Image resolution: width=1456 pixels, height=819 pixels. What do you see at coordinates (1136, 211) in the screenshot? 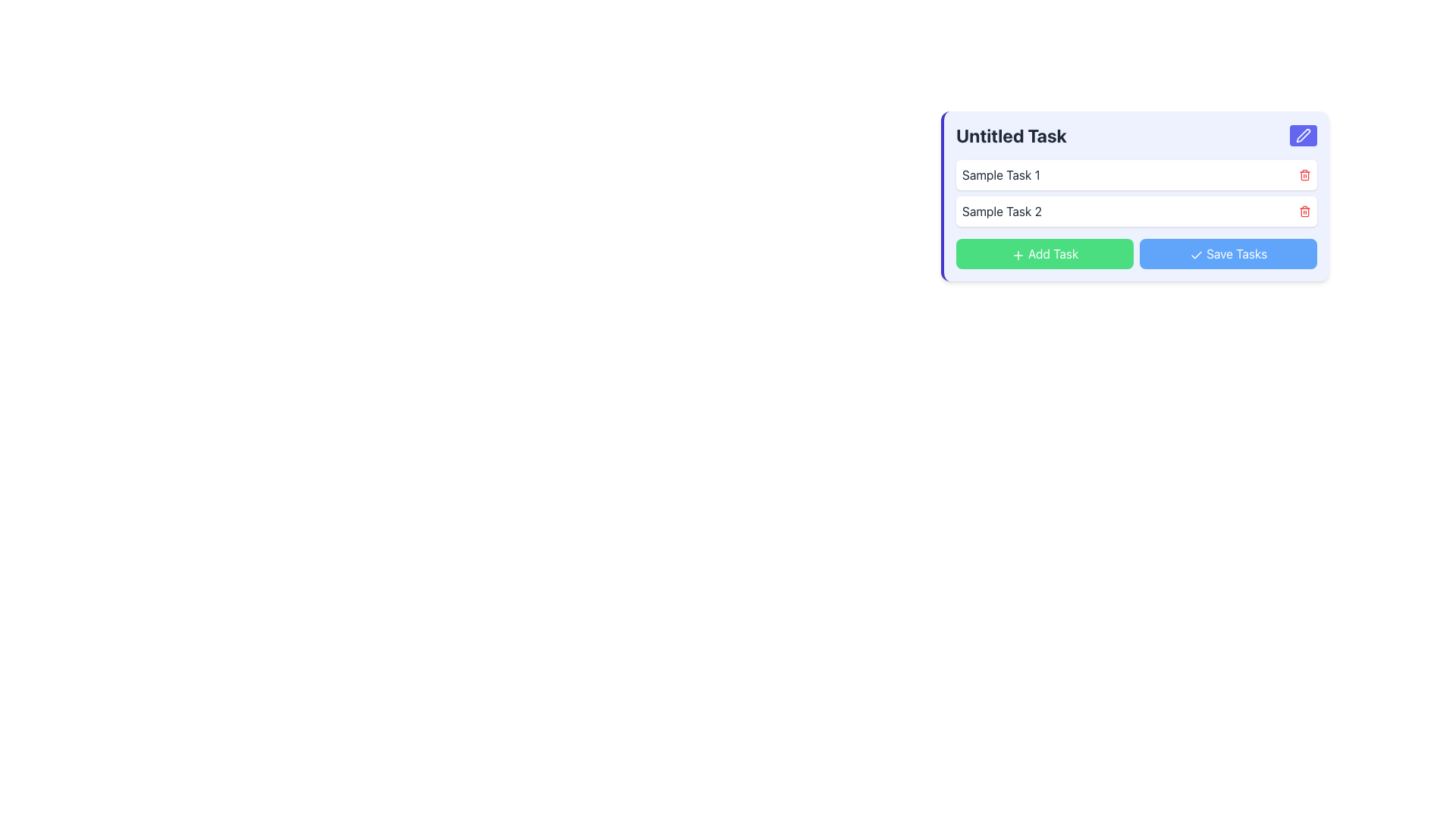
I see `the List Item displaying the task entry, located within the 'Untitled Task' section, which is the second entry in the task list` at bounding box center [1136, 211].